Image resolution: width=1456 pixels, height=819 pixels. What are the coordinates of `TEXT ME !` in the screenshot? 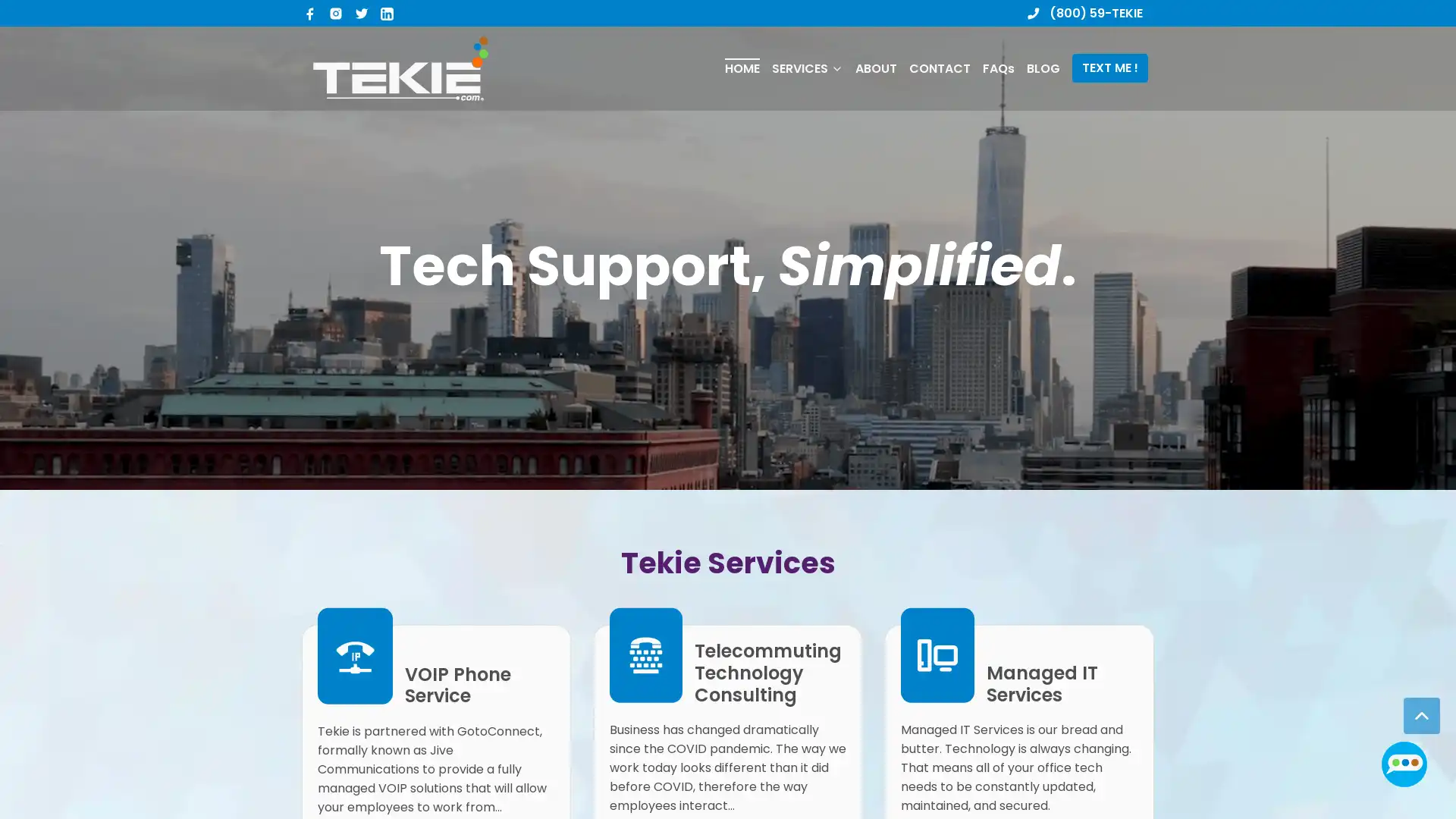 It's located at (1110, 66).